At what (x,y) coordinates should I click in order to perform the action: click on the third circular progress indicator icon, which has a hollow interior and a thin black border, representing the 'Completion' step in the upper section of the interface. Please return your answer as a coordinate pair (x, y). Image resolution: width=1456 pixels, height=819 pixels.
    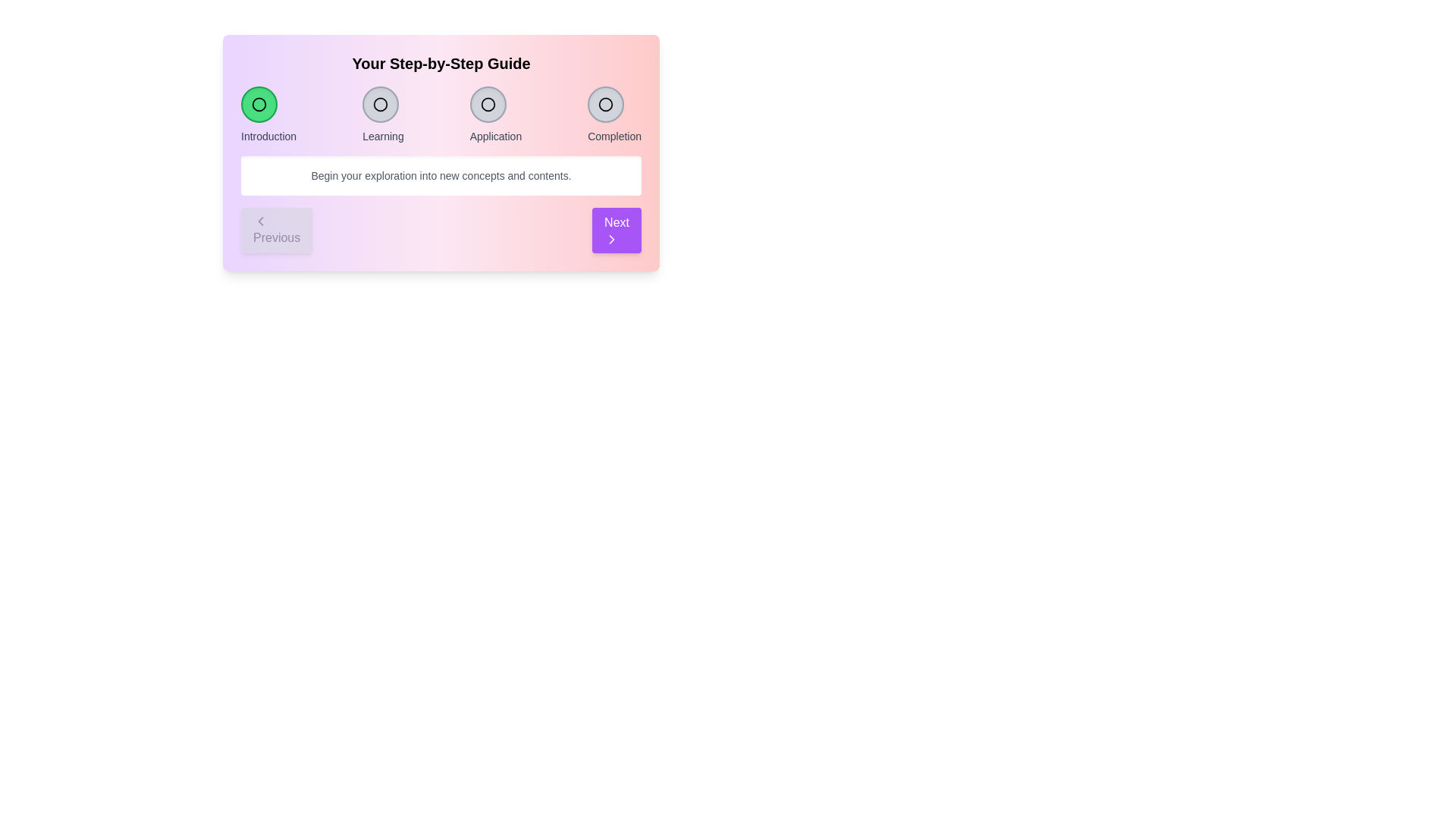
    Looking at the image, I should click on (605, 104).